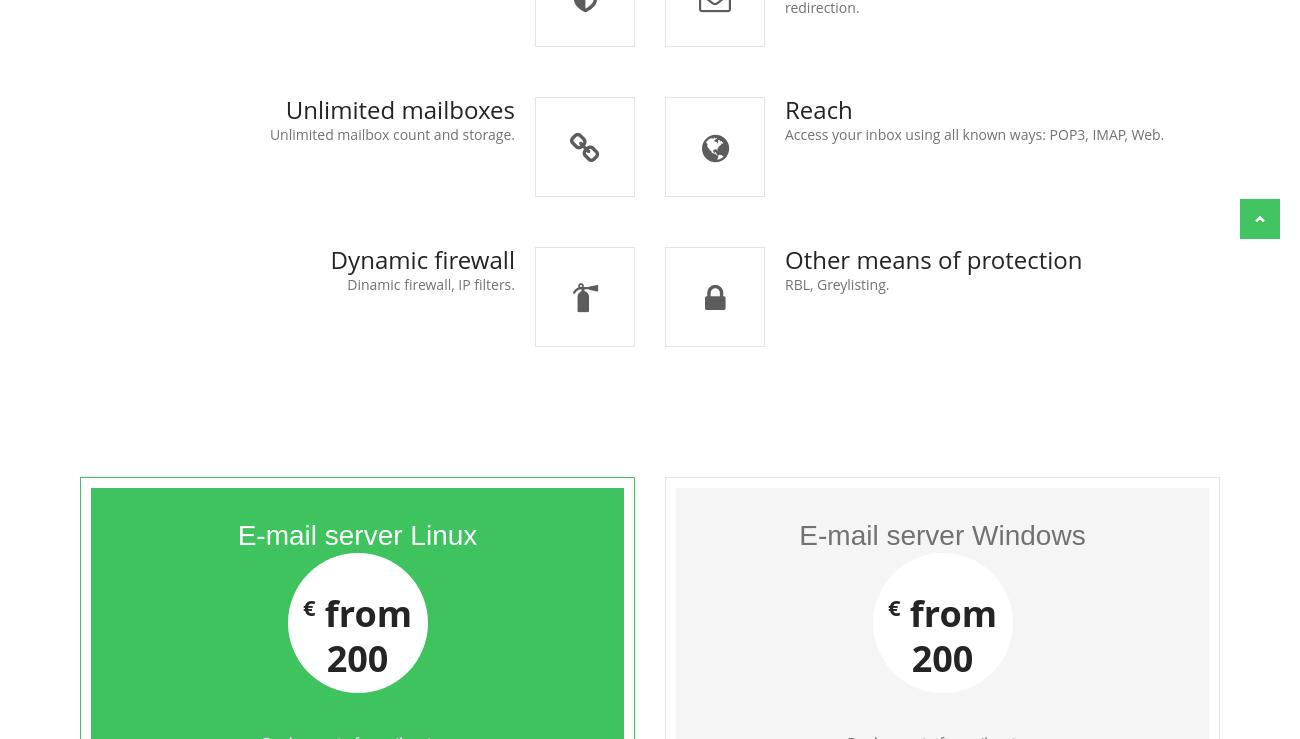 The image size is (1300, 739). I want to click on 'Other means of protection', so click(933, 259).